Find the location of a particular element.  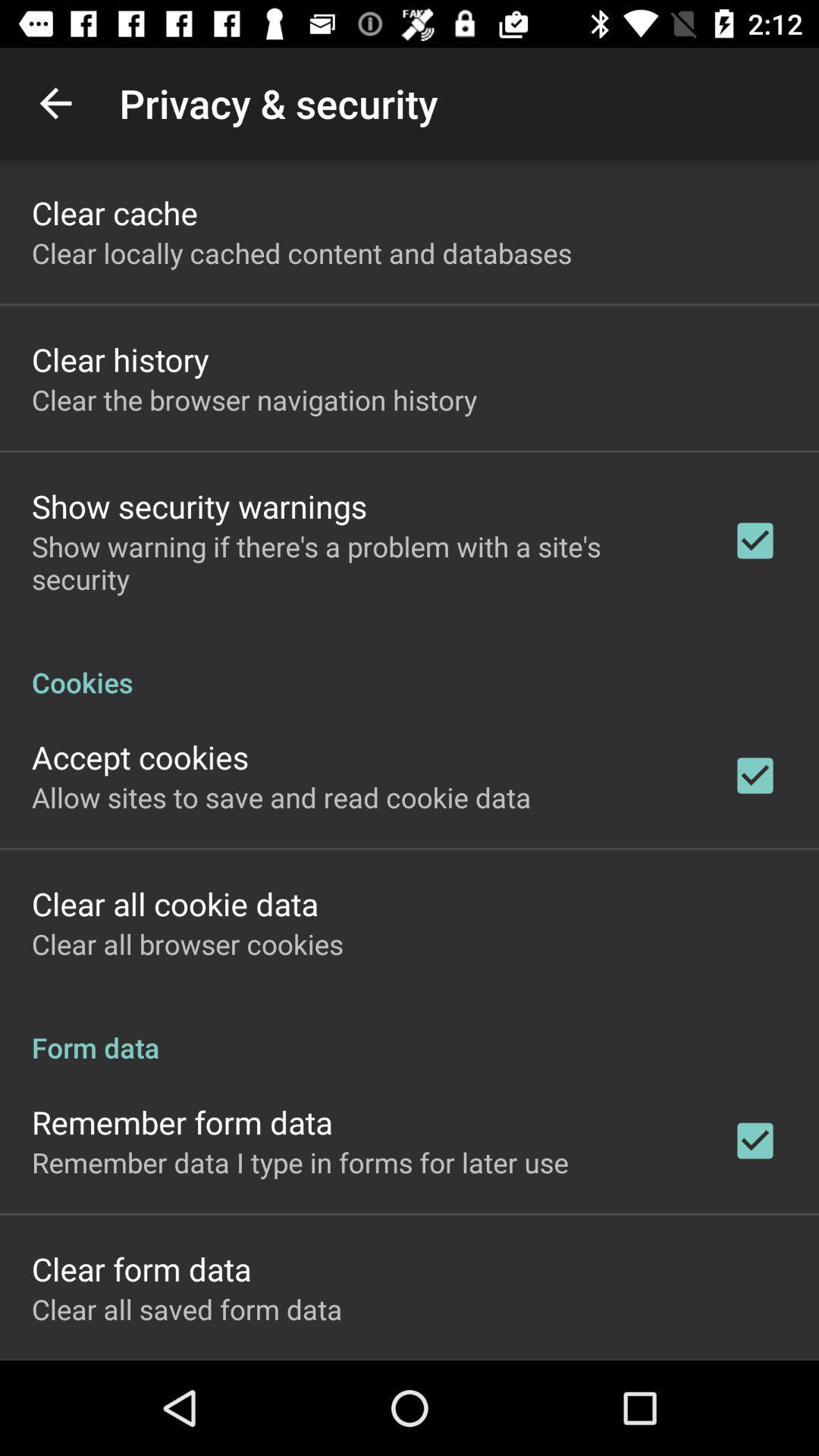

accept cookies is located at coordinates (140, 757).